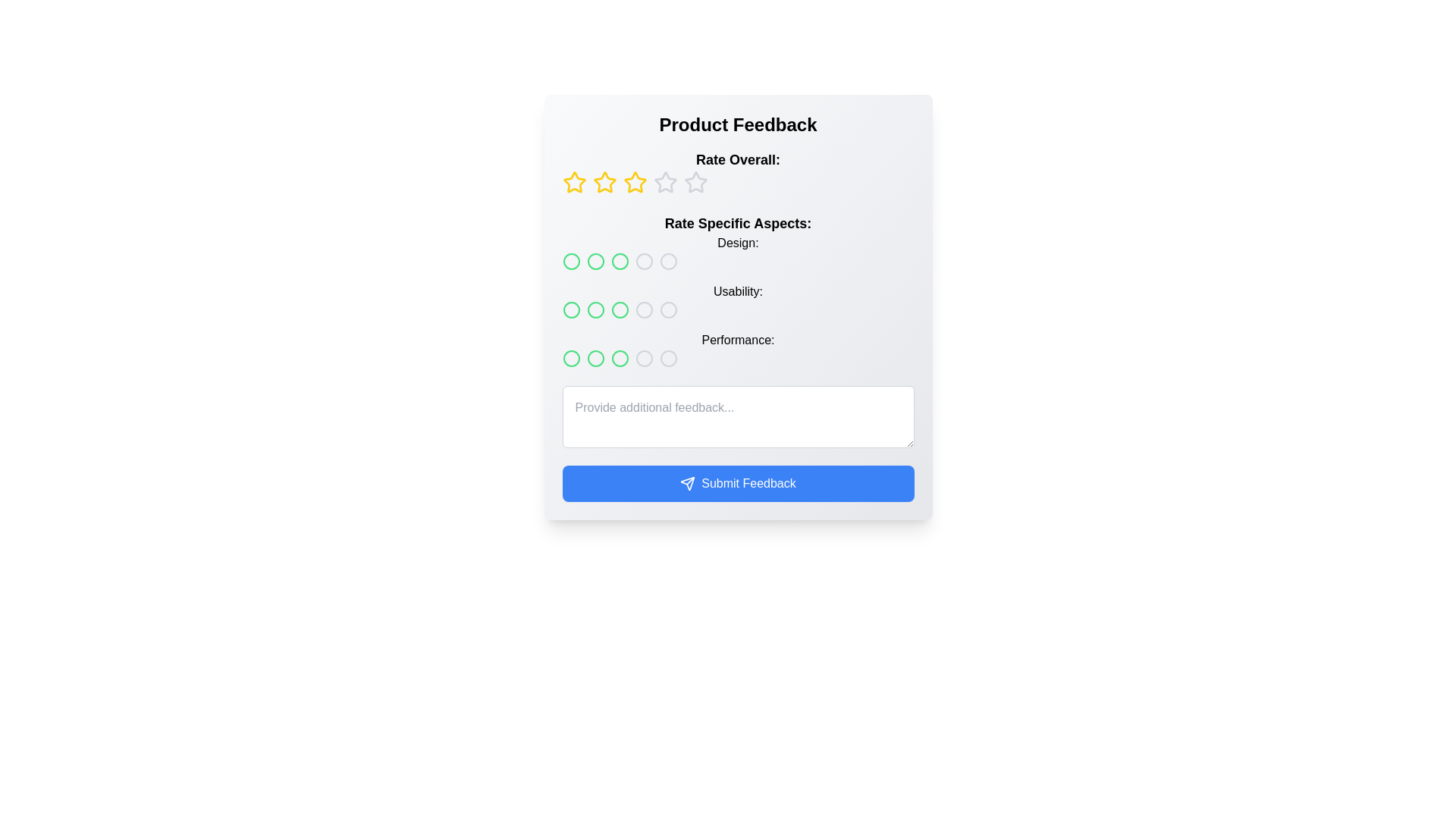  I want to click on the text label that reads 'Performance:' which is styled with medium font weight and positioned to the left of the rating circles in the 'Rate Specific Aspects' section, so click(738, 339).